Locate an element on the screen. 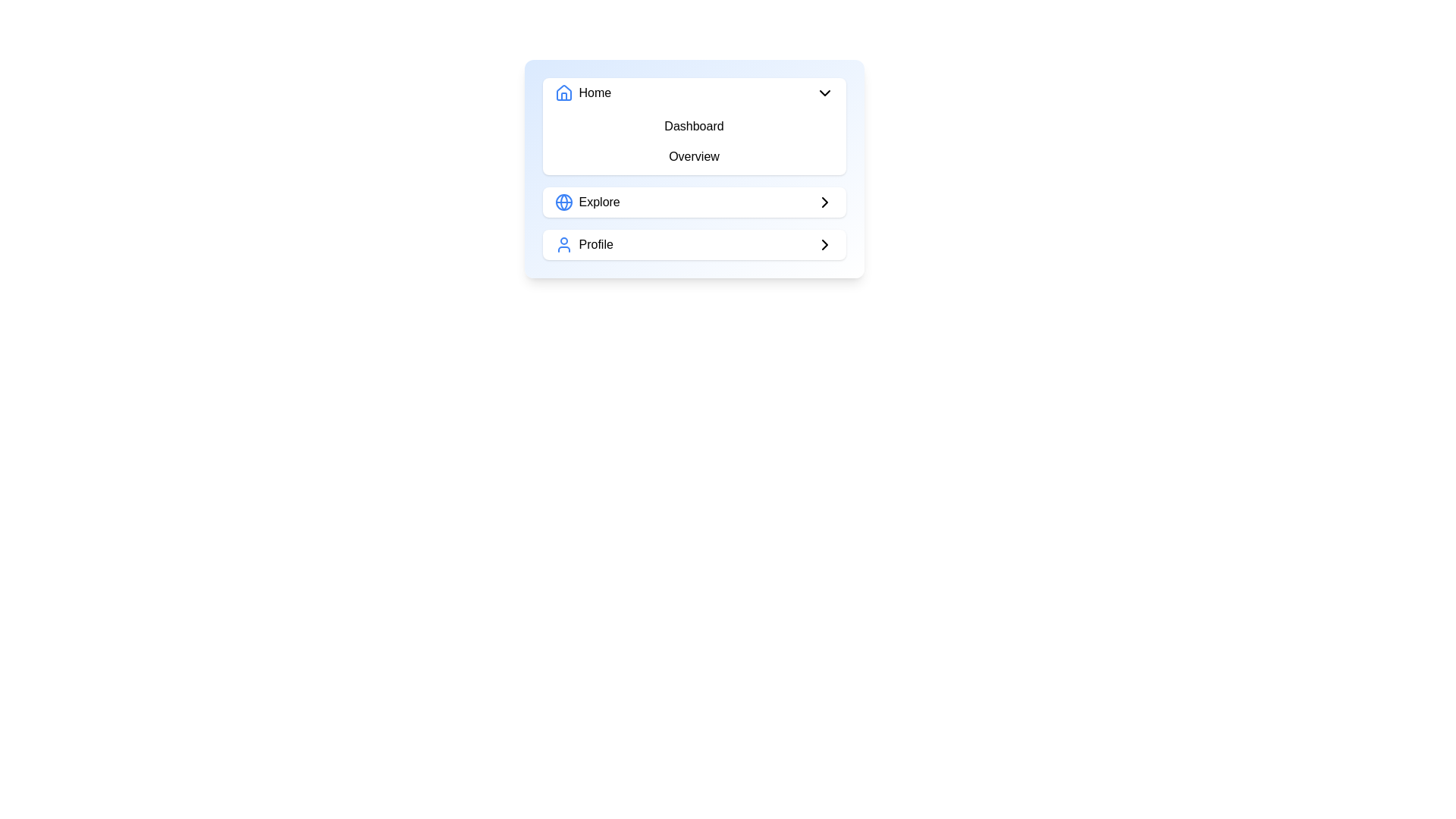 The image size is (1456, 819). the blue outlined circular vector graphic located at the center of the globe icon in the second row of the 'Explore' vertical navigation menu is located at coordinates (563, 201).